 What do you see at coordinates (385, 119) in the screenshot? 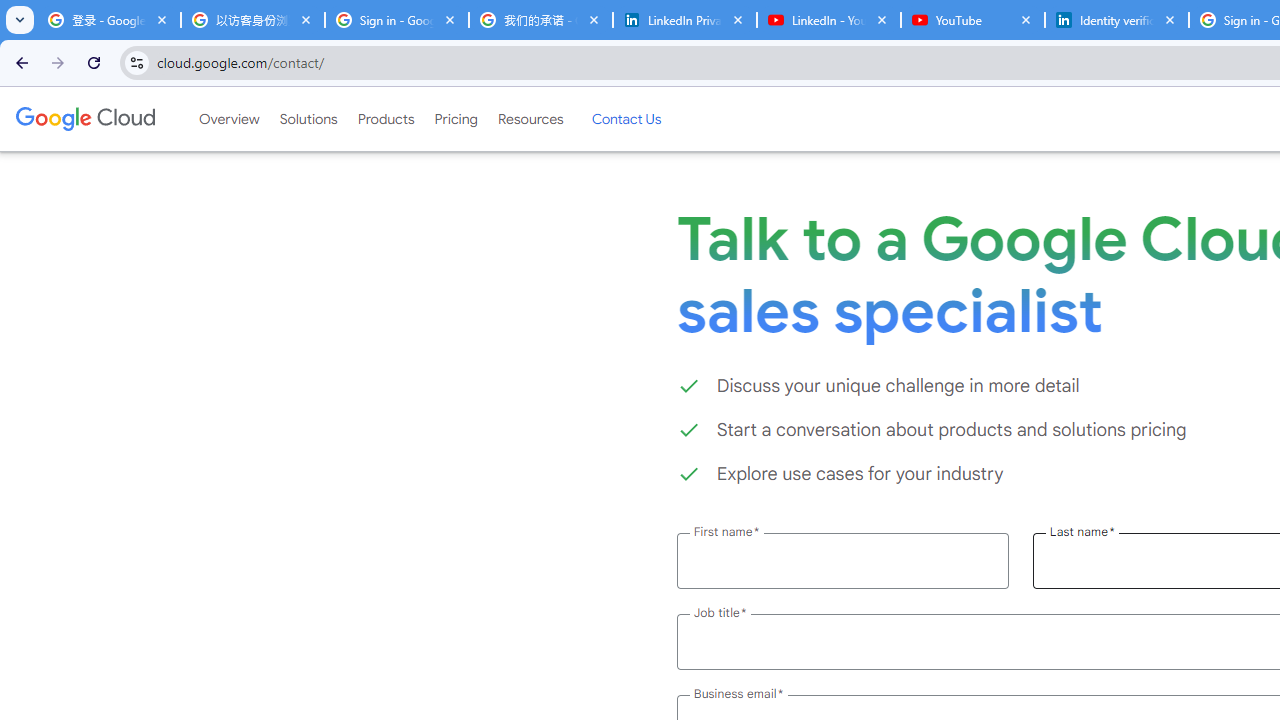
I see `'Products'` at bounding box center [385, 119].